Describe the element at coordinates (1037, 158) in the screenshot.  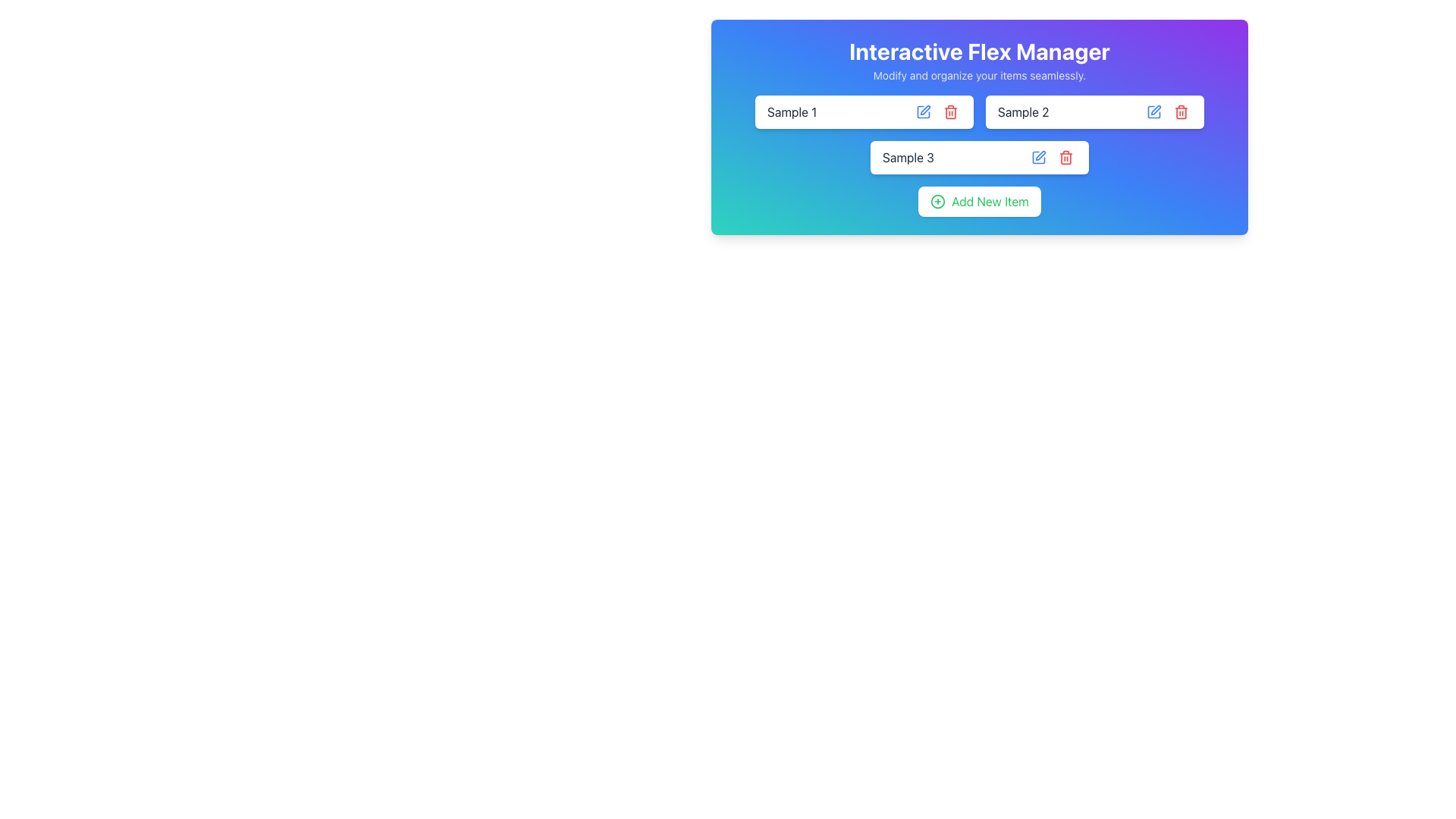
I see `the blue icon depicting a pen, which represents the edit function for 'Sample 3'` at that location.